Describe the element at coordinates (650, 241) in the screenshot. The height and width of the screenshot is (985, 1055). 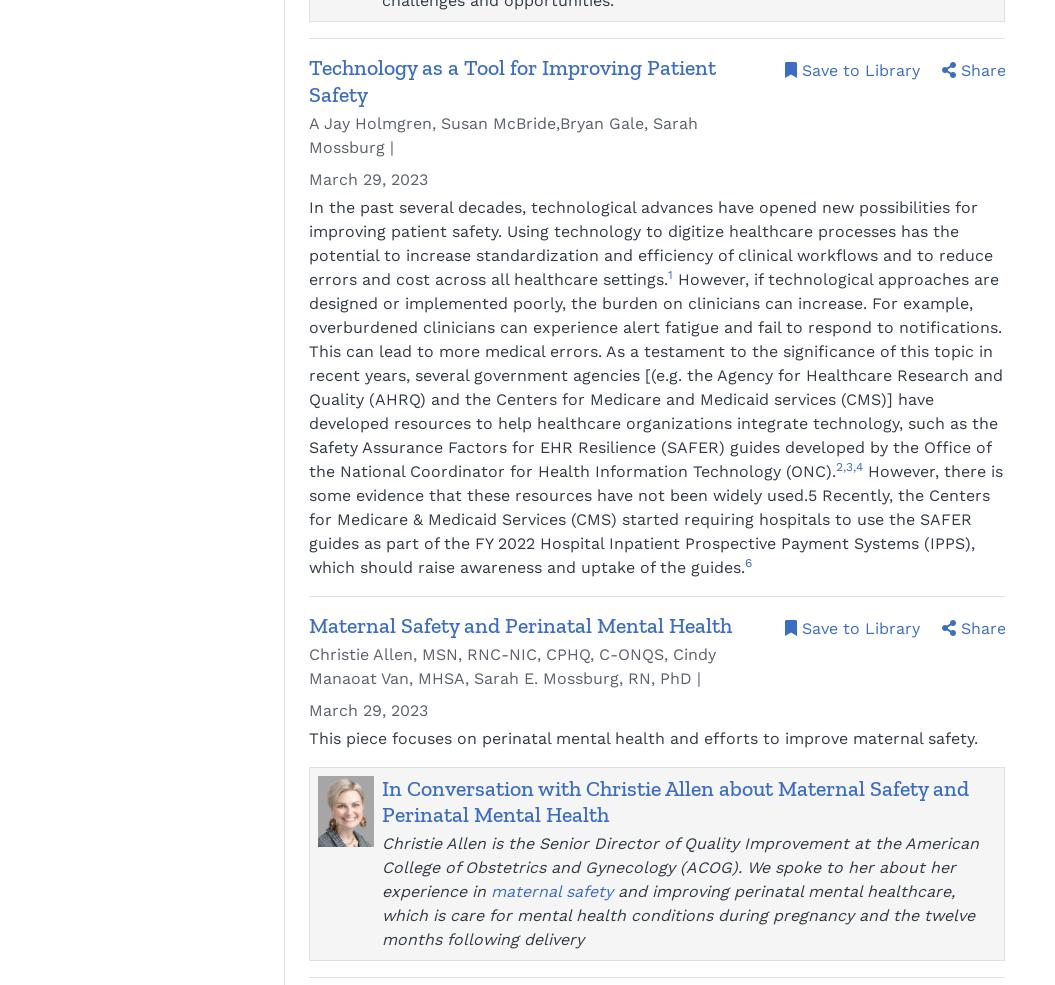
I see `'In the past several decades, technological advances have opened new possibilities for improving patient safety. Using technology to digitize healthcare processes has the potential to increase standardization and efficiency of clinical workflows and to reduce errors and cost across all healthcare settings.'` at that location.